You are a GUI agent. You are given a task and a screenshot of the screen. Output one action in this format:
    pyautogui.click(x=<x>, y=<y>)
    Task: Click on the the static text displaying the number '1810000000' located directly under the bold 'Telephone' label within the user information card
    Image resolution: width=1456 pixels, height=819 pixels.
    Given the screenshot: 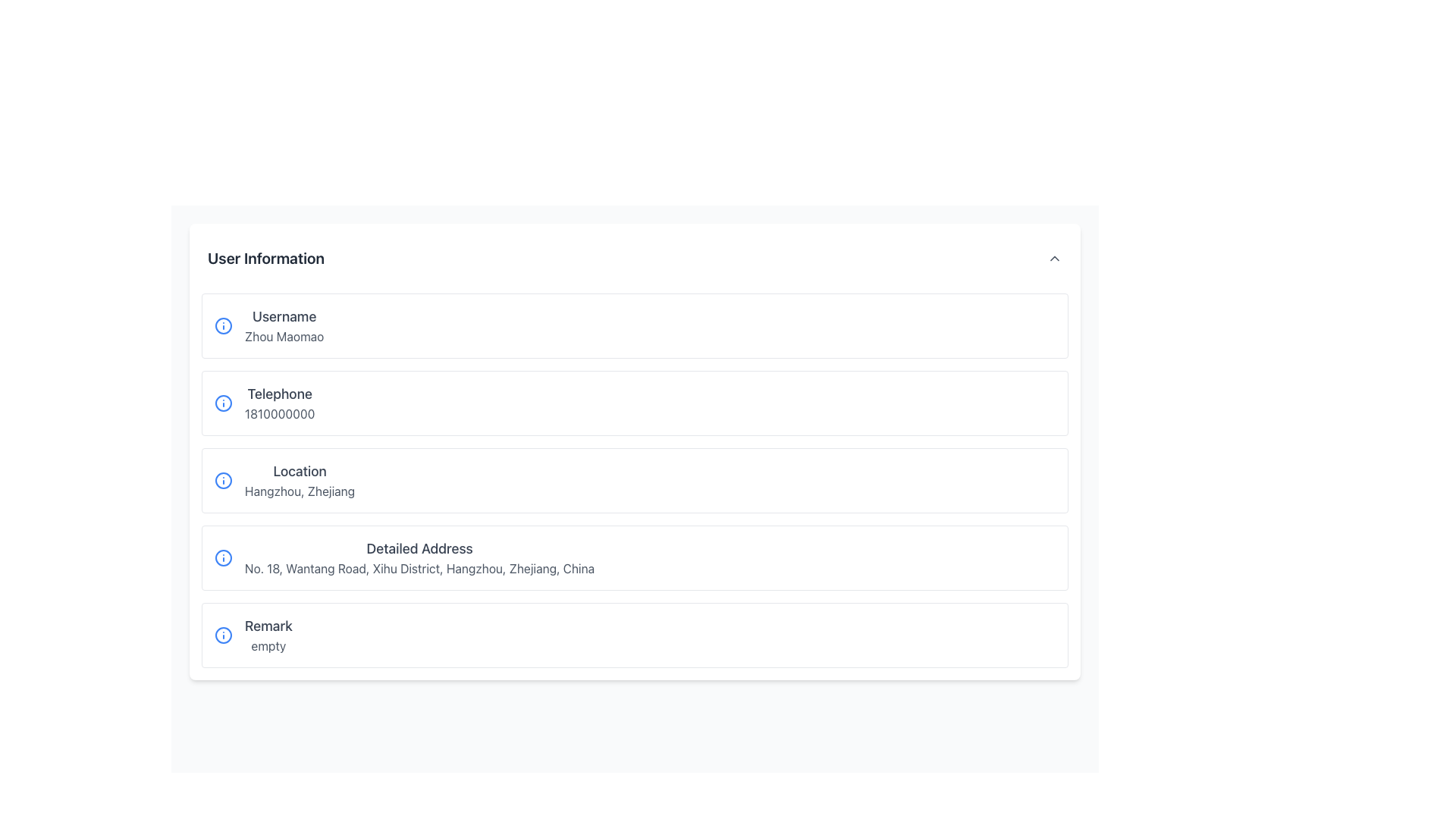 What is the action you would take?
    pyautogui.click(x=280, y=414)
    